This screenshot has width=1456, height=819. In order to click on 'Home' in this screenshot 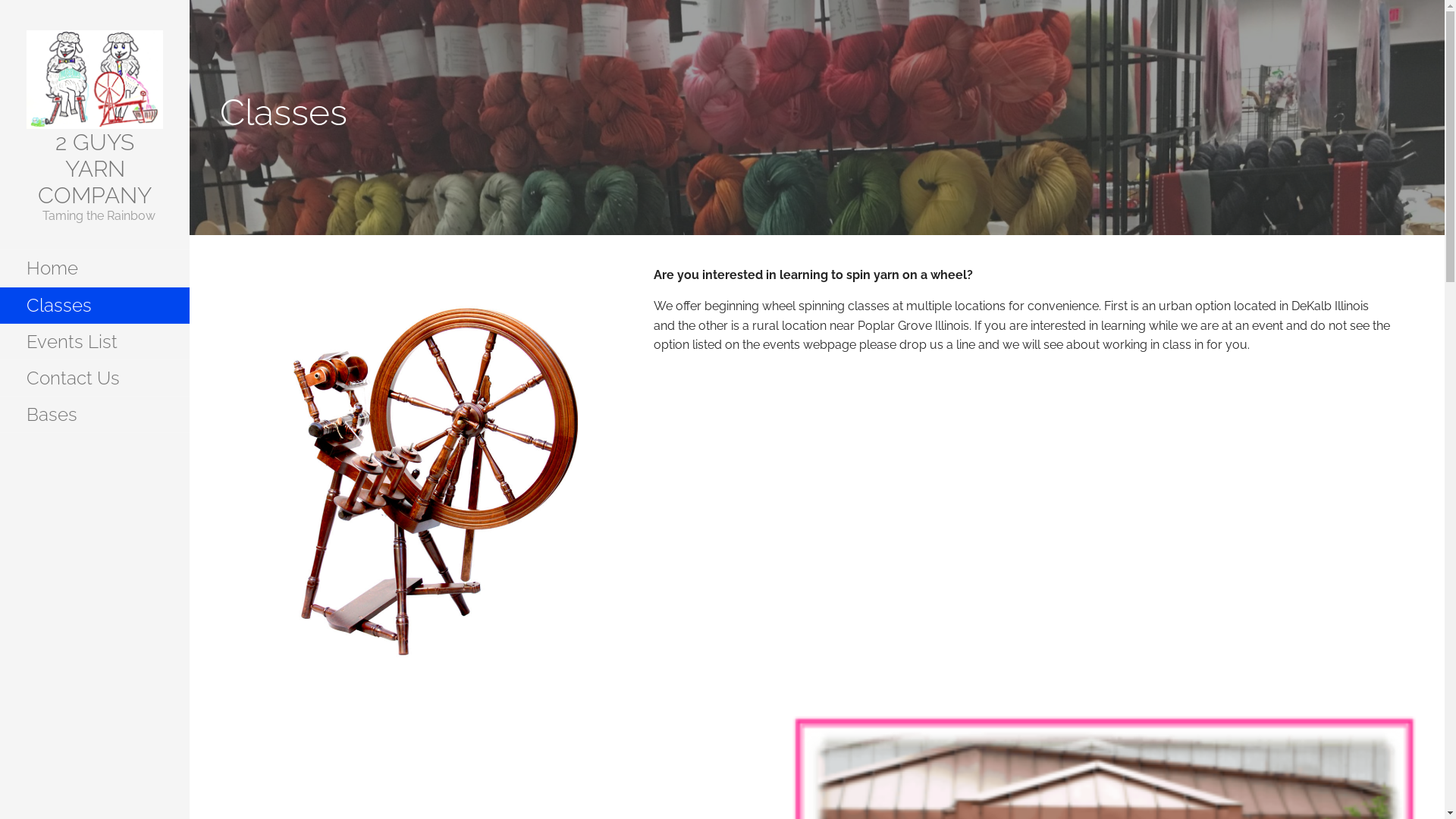, I will do `click(0, 268)`.